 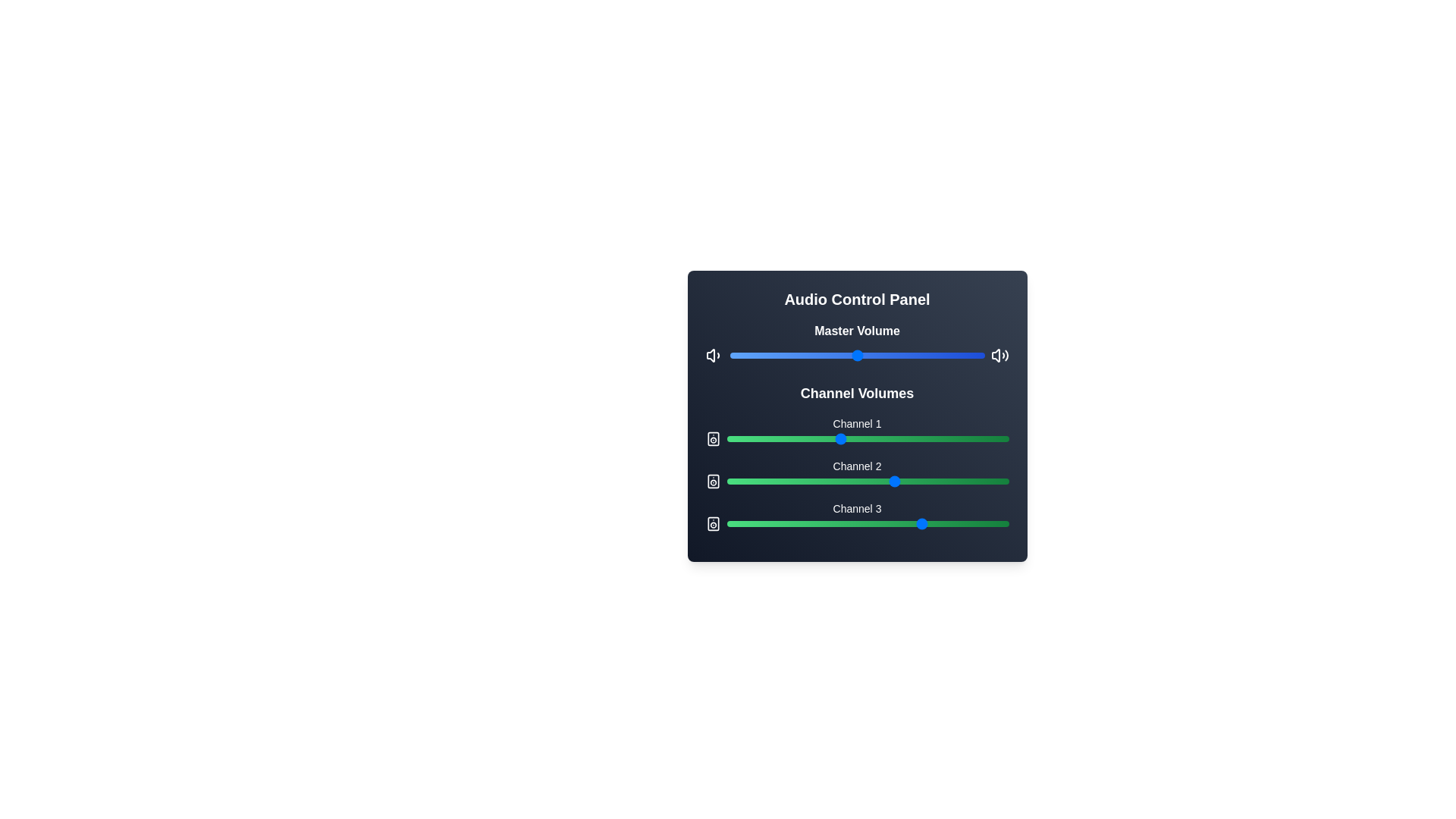 I want to click on the master volume, so click(x=775, y=356).